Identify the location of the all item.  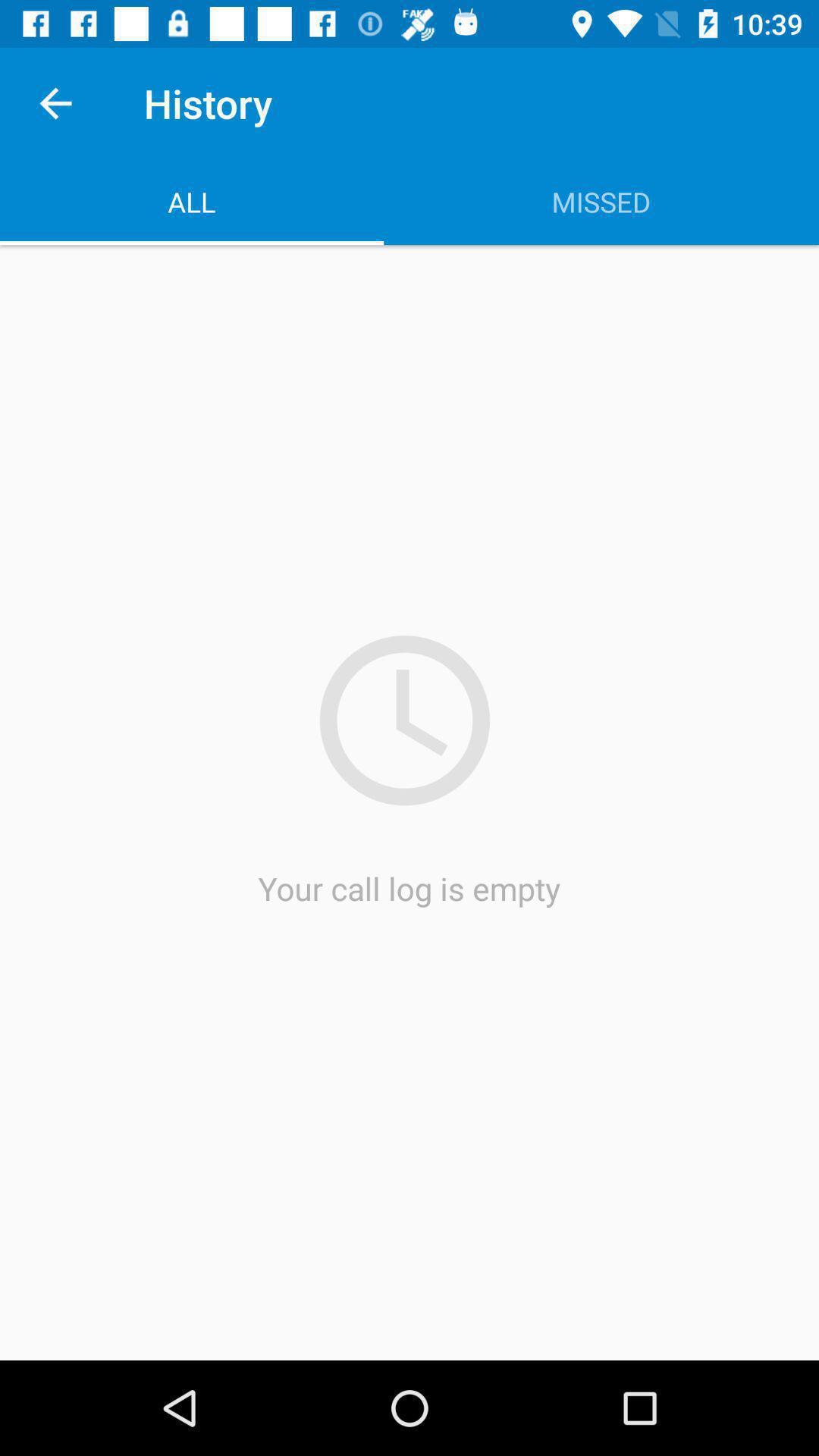
(191, 201).